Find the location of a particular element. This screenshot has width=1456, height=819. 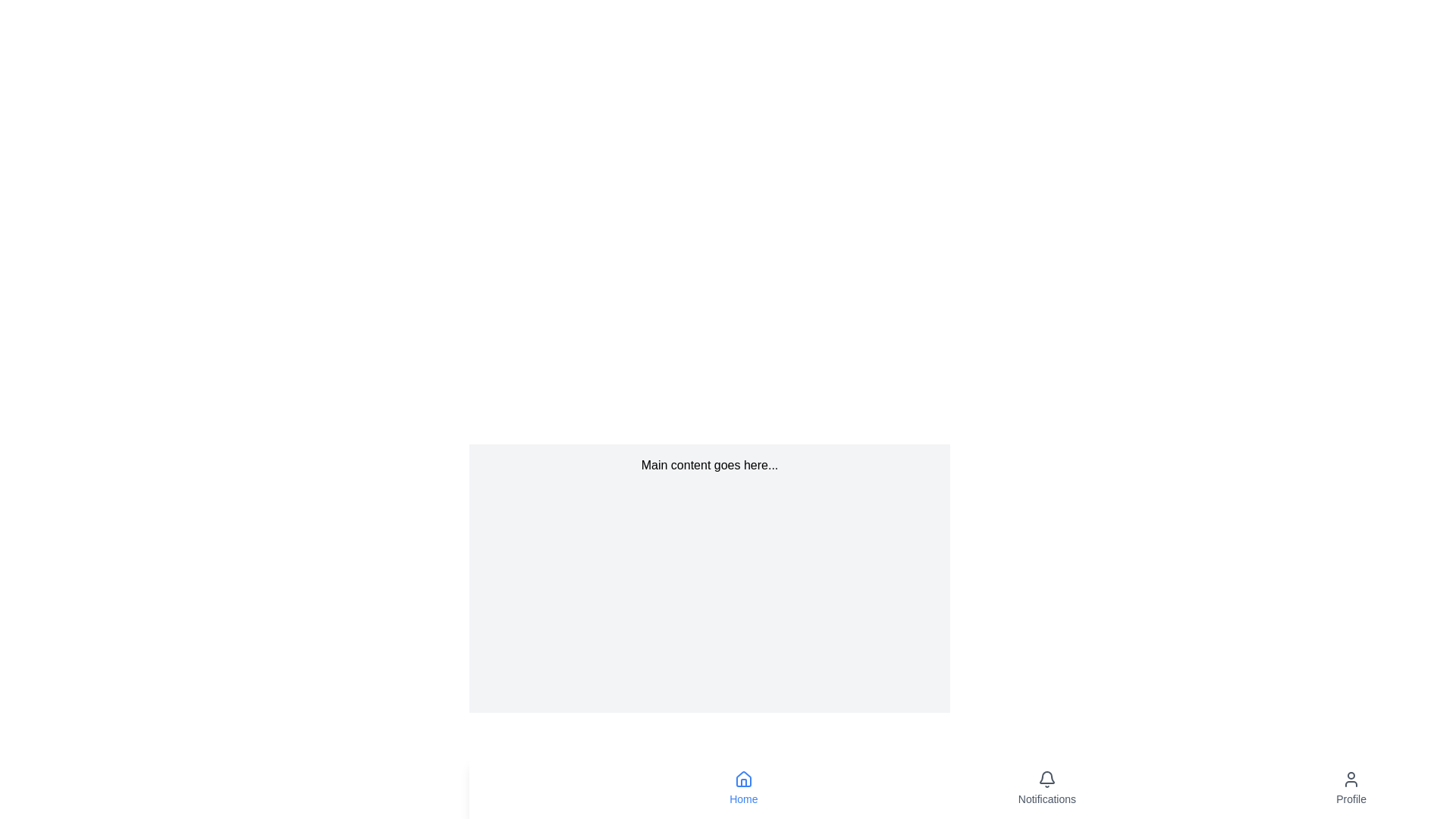

the house icon located at the bottom of the interface within the navigation bar is located at coordinates (743, 779).